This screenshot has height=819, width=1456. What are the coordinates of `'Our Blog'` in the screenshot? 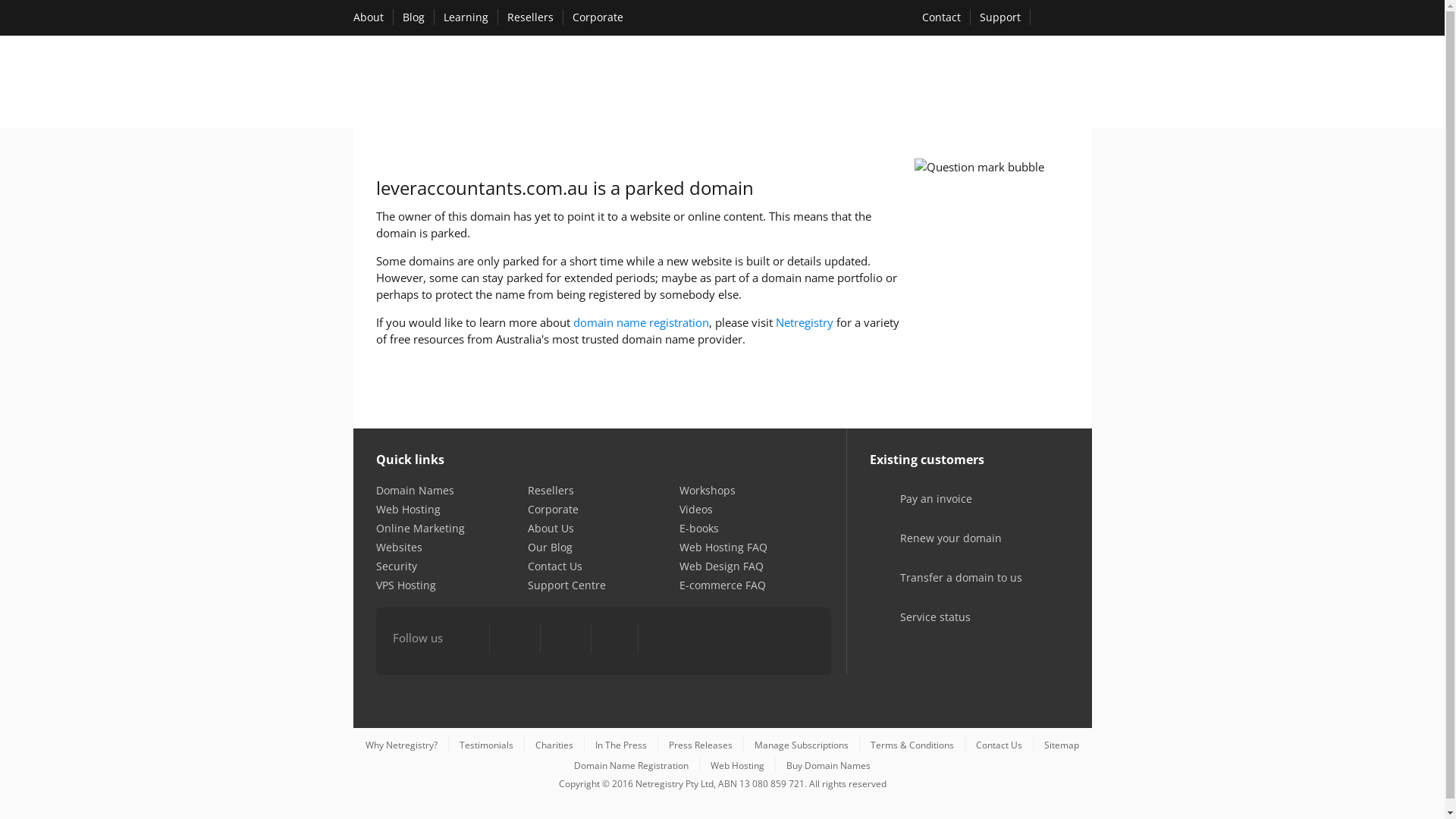 It's located at (528, 547).